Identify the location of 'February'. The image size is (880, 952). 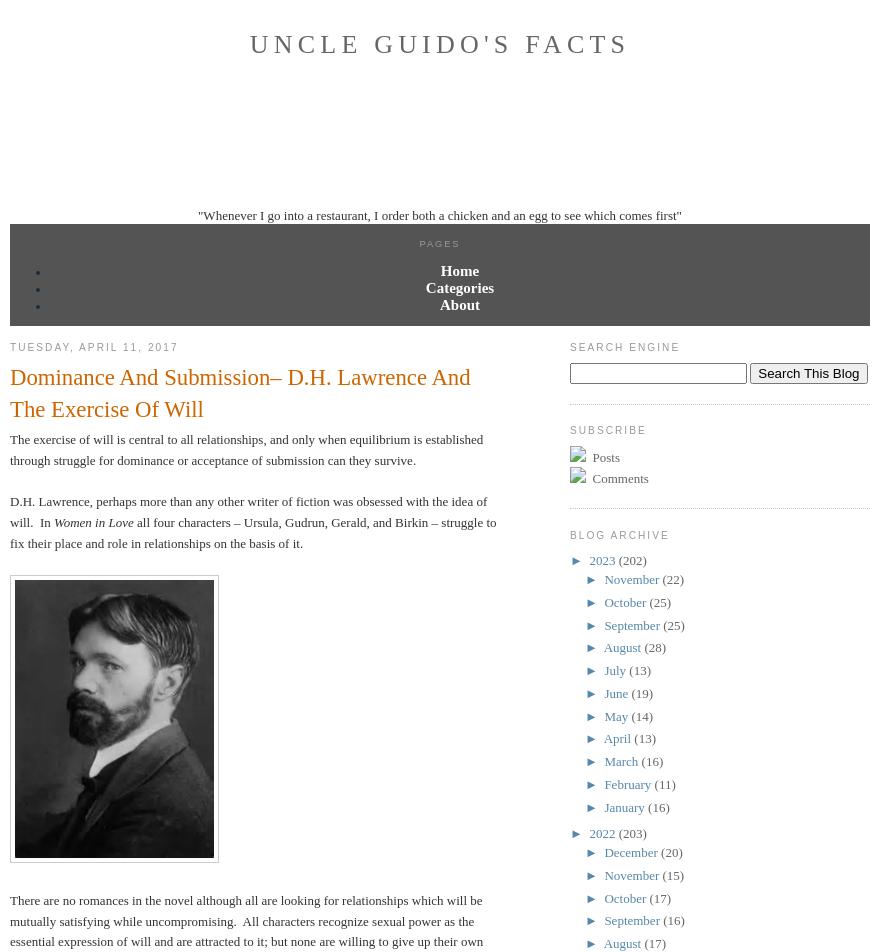
(629, 783).